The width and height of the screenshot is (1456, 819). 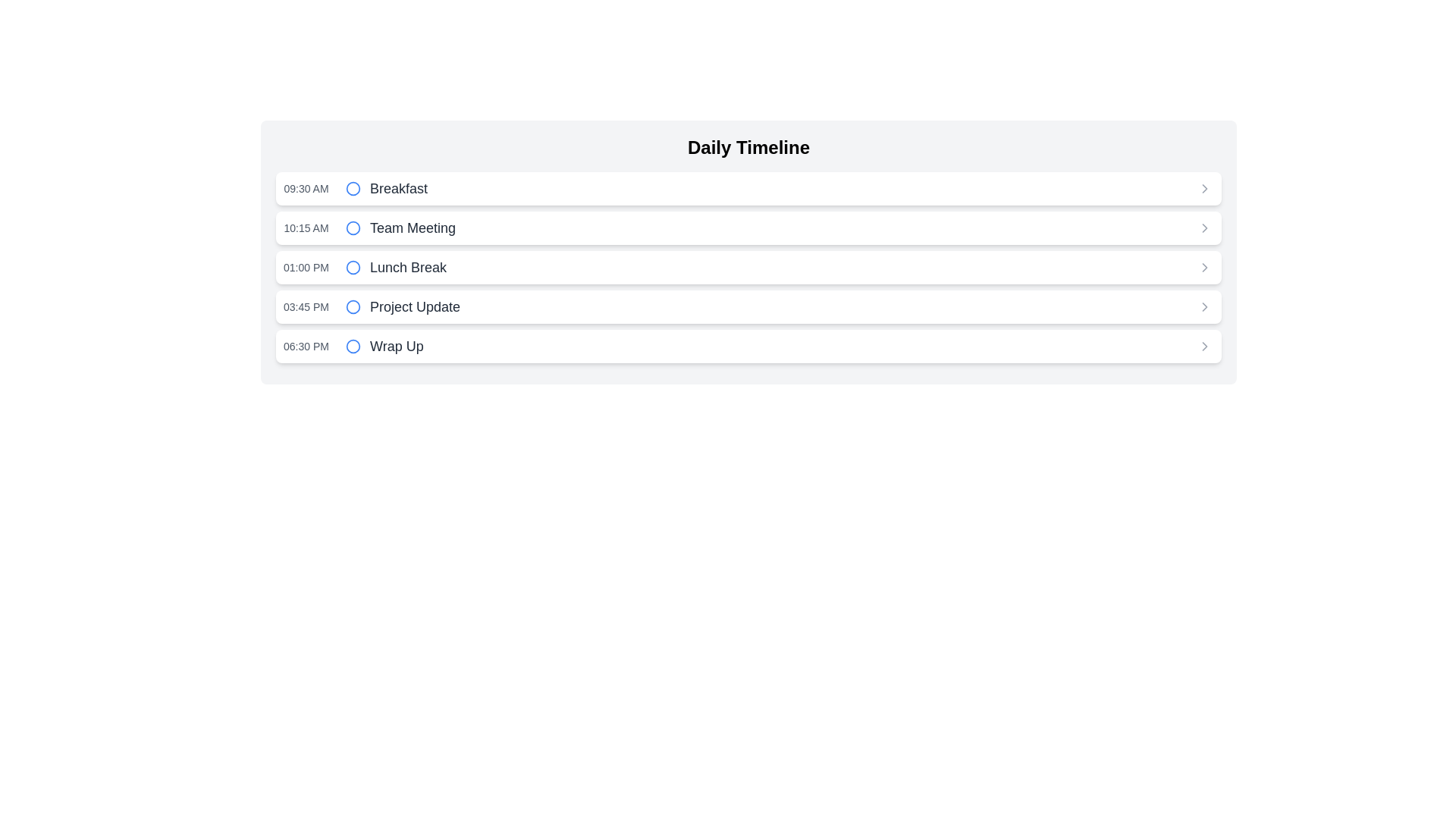 What do you see at coordinates (1203, 307) in the screenshot?
I see `the right-pointing chevron arrow icon next to the '03:45 PM Project Update' entry` at bounding box center [1203, 307].